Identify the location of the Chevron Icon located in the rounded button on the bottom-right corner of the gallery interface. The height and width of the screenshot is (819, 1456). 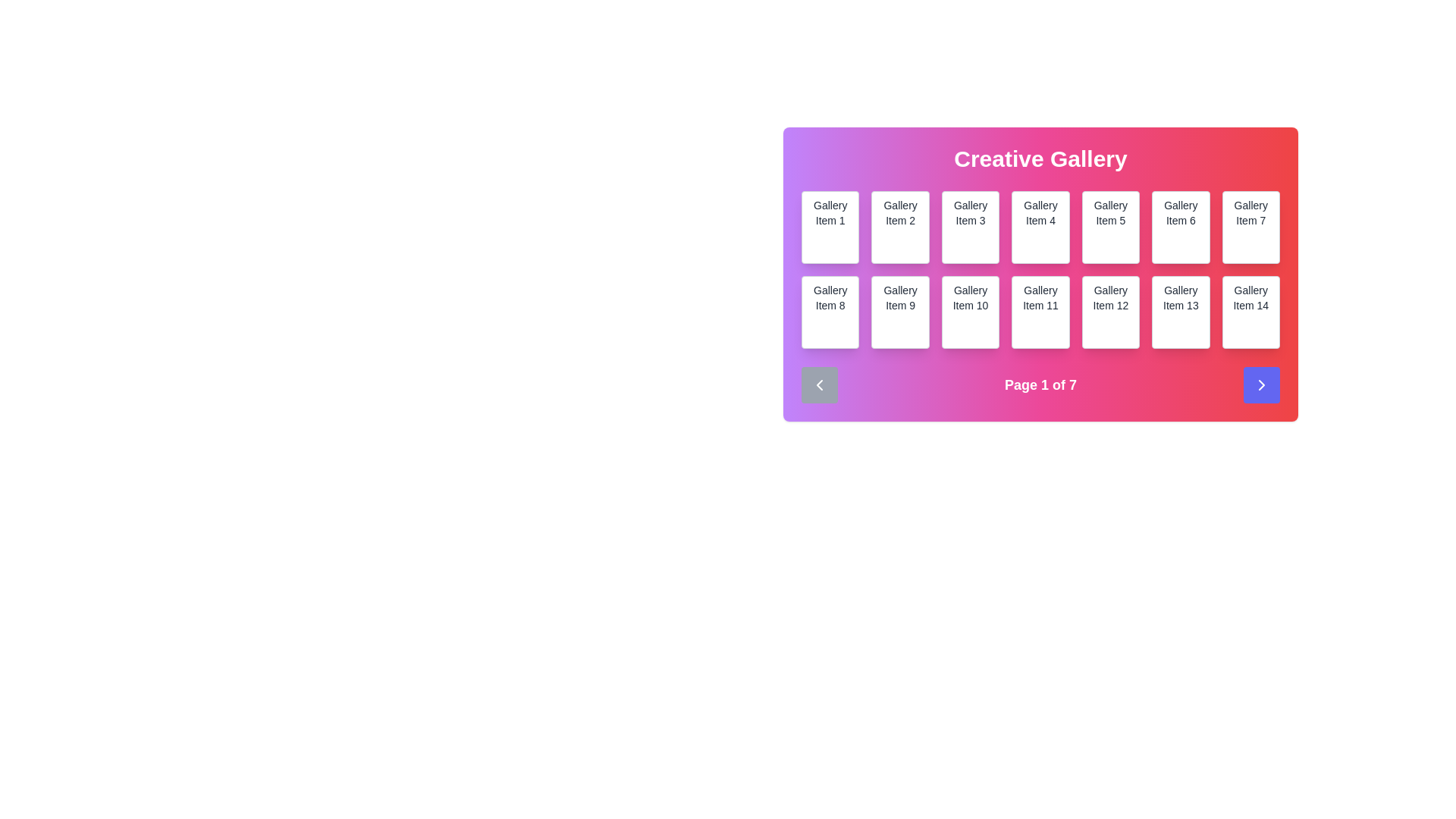
(1262, 384).